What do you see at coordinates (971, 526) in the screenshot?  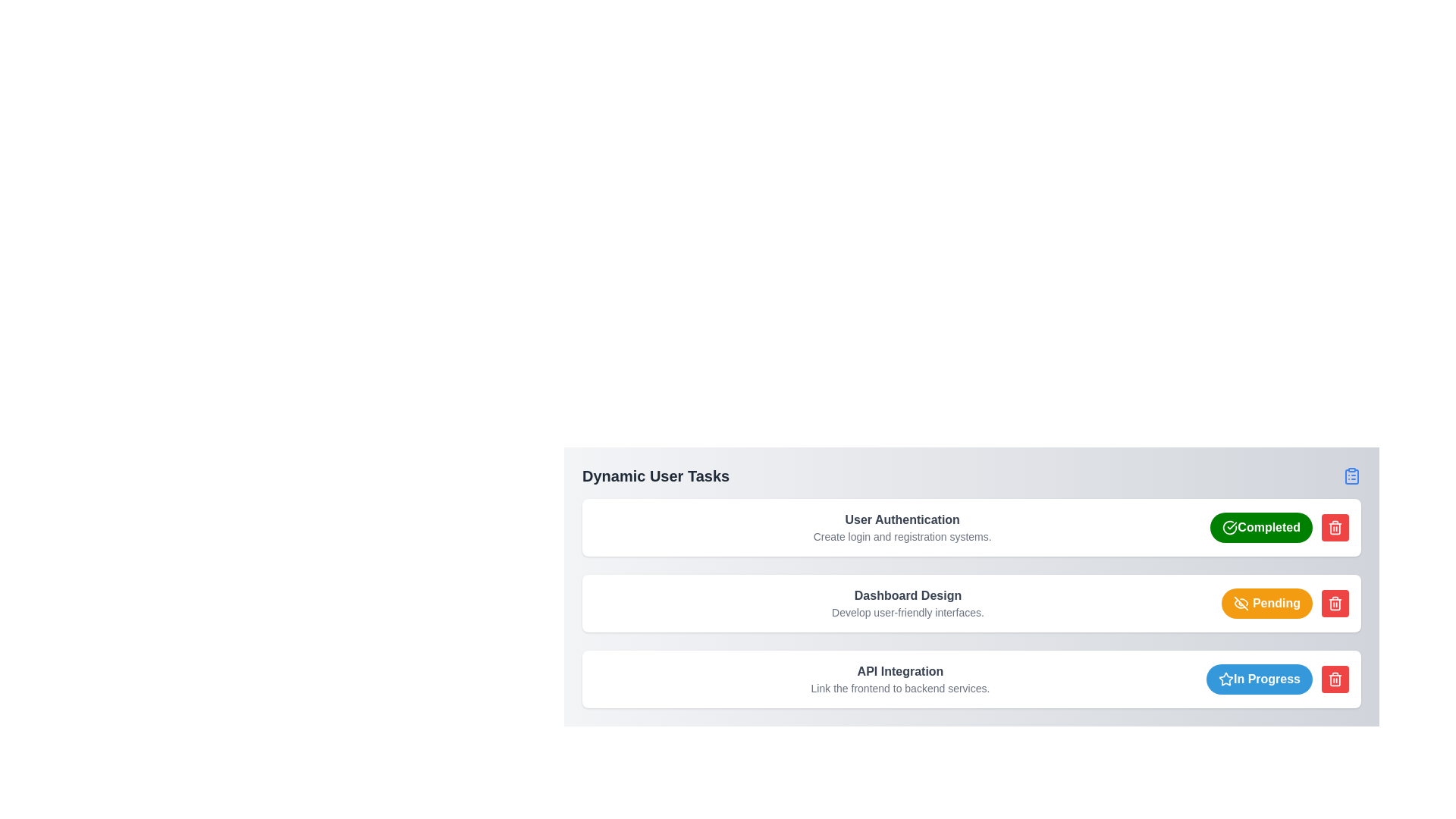 I see `displayed text of the task entry component titled 'User Authentication', which includes the description and status` at bounding box center [971, 526].